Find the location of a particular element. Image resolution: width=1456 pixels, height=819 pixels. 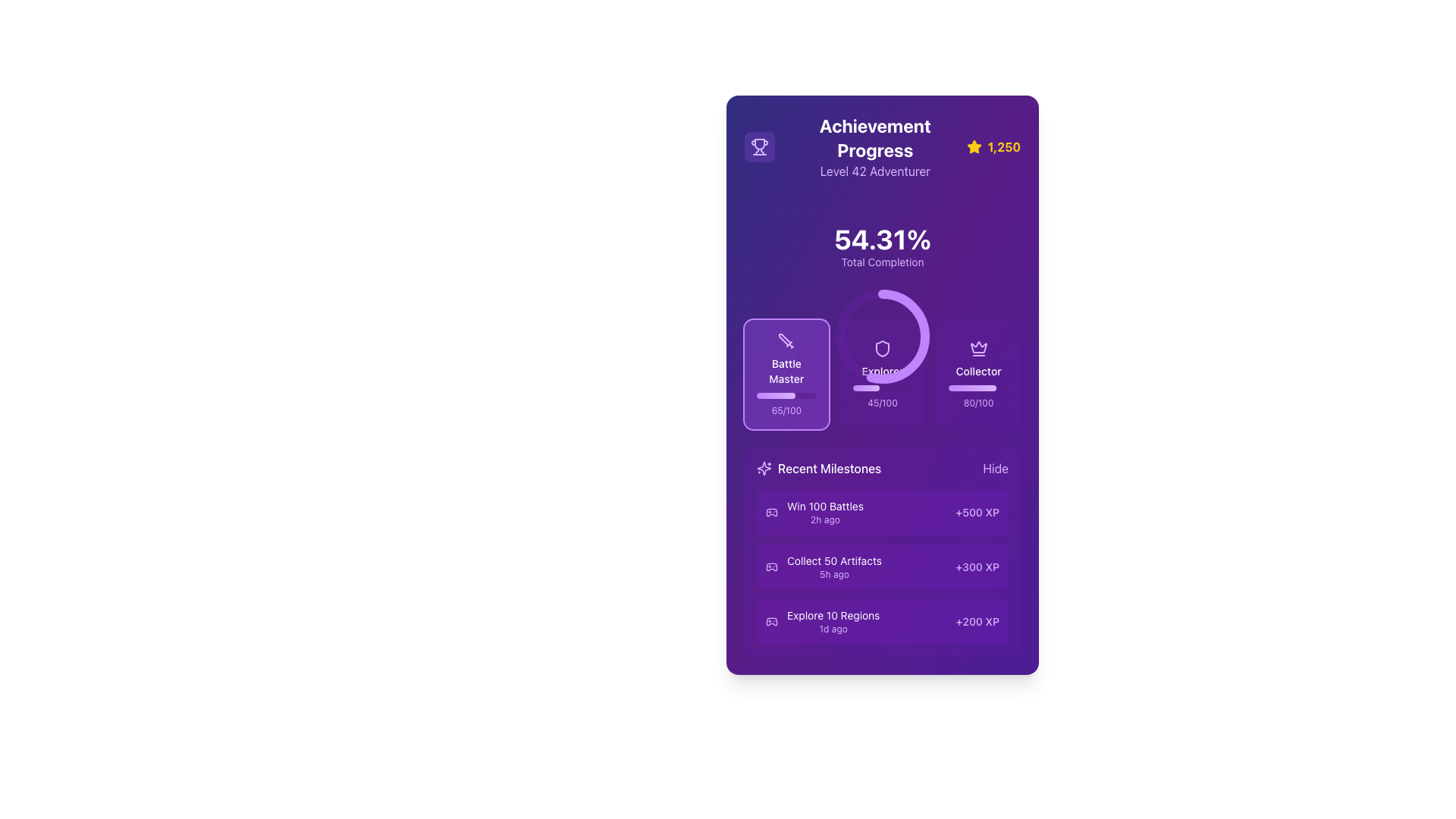

the Text element indicating the reward for the task 'Collect 50 Artifacts 5h ago', located in the 'Recent Milestones' section as the third item in the list is located at coordinates (977, 567).